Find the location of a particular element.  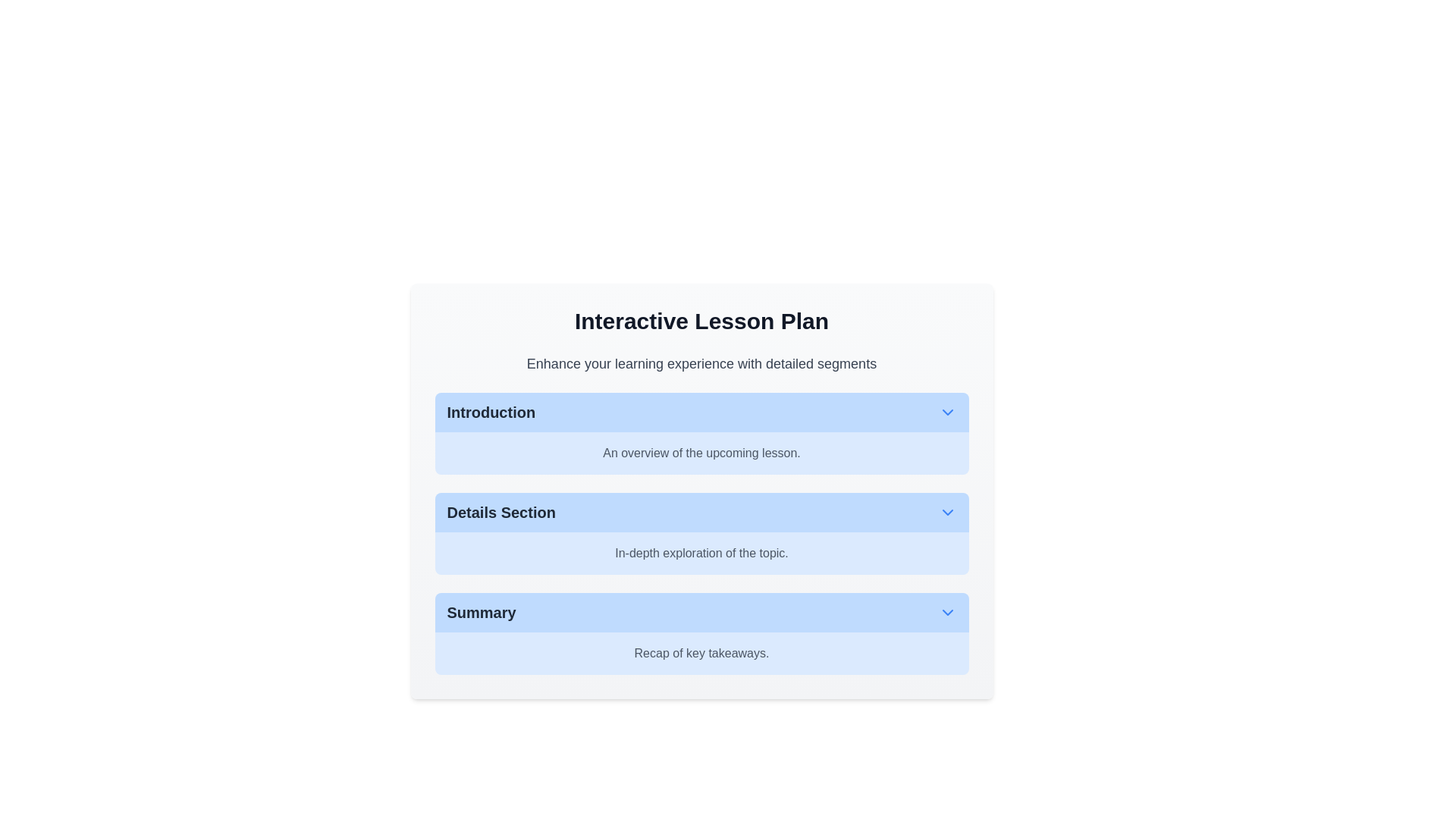

the descriptive text element that reads 'Enhance your learning experience with detailed segments', which is styled with a light gray font color and is located beneath the heading 'Interactive Lesson Plan' is located at coordinates (701, 363).